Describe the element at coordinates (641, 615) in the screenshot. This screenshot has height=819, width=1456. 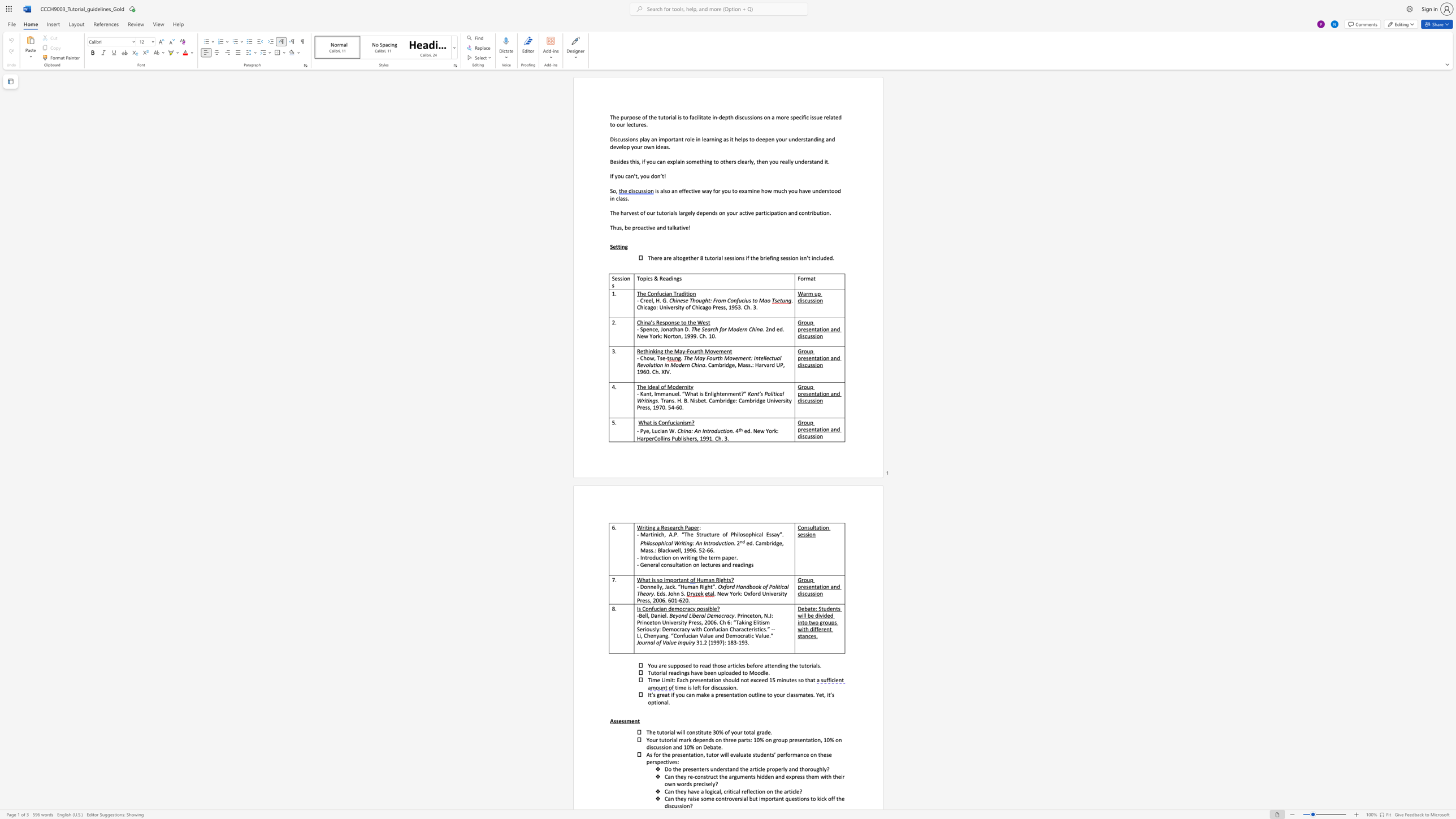
I see `the subset text "ell," within the text "-Bell, Daniel."` at that location.